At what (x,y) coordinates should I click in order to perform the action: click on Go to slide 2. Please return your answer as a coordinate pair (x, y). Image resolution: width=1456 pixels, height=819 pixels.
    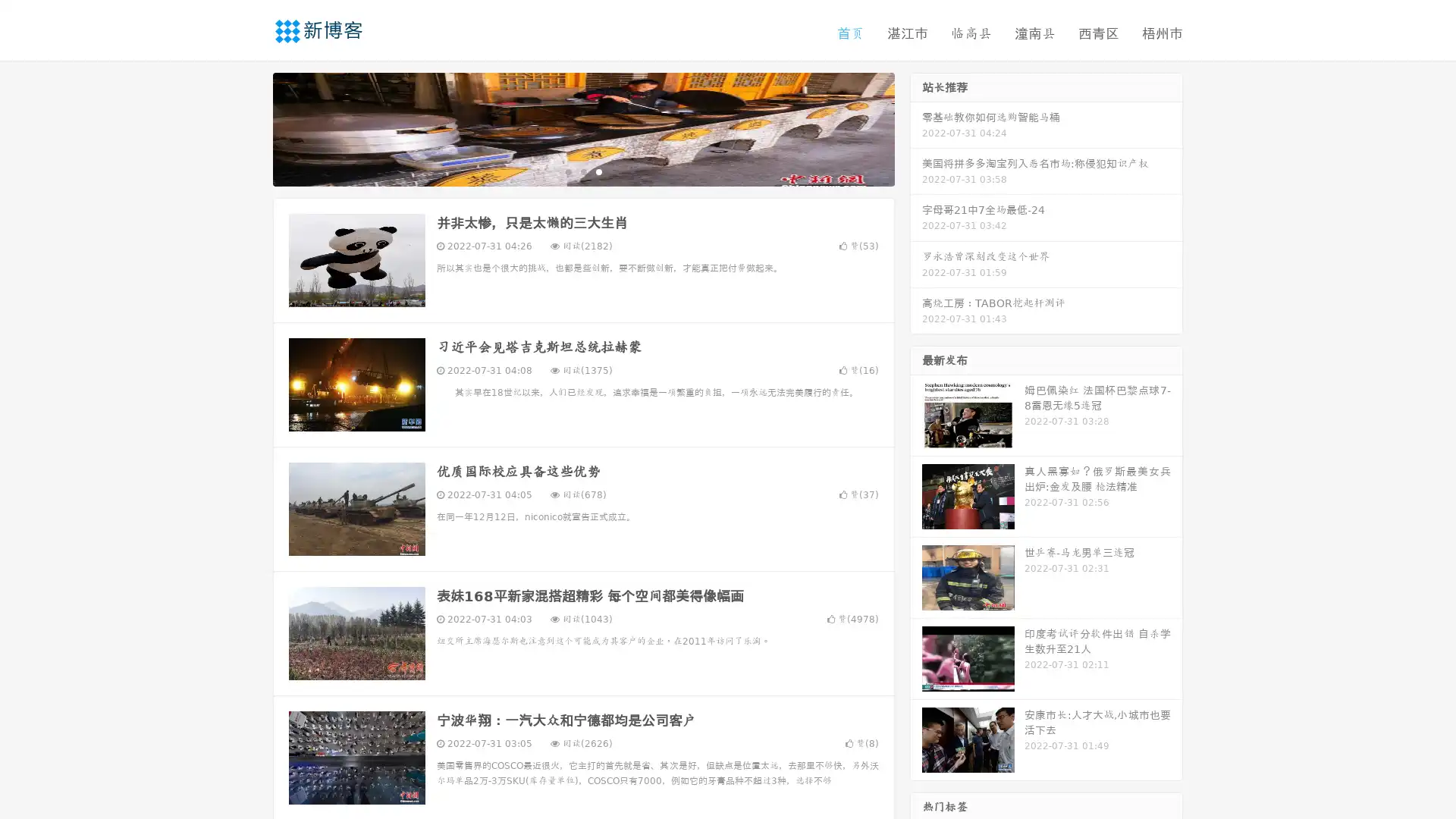
    Looking at the image, I should click on (582, 171).